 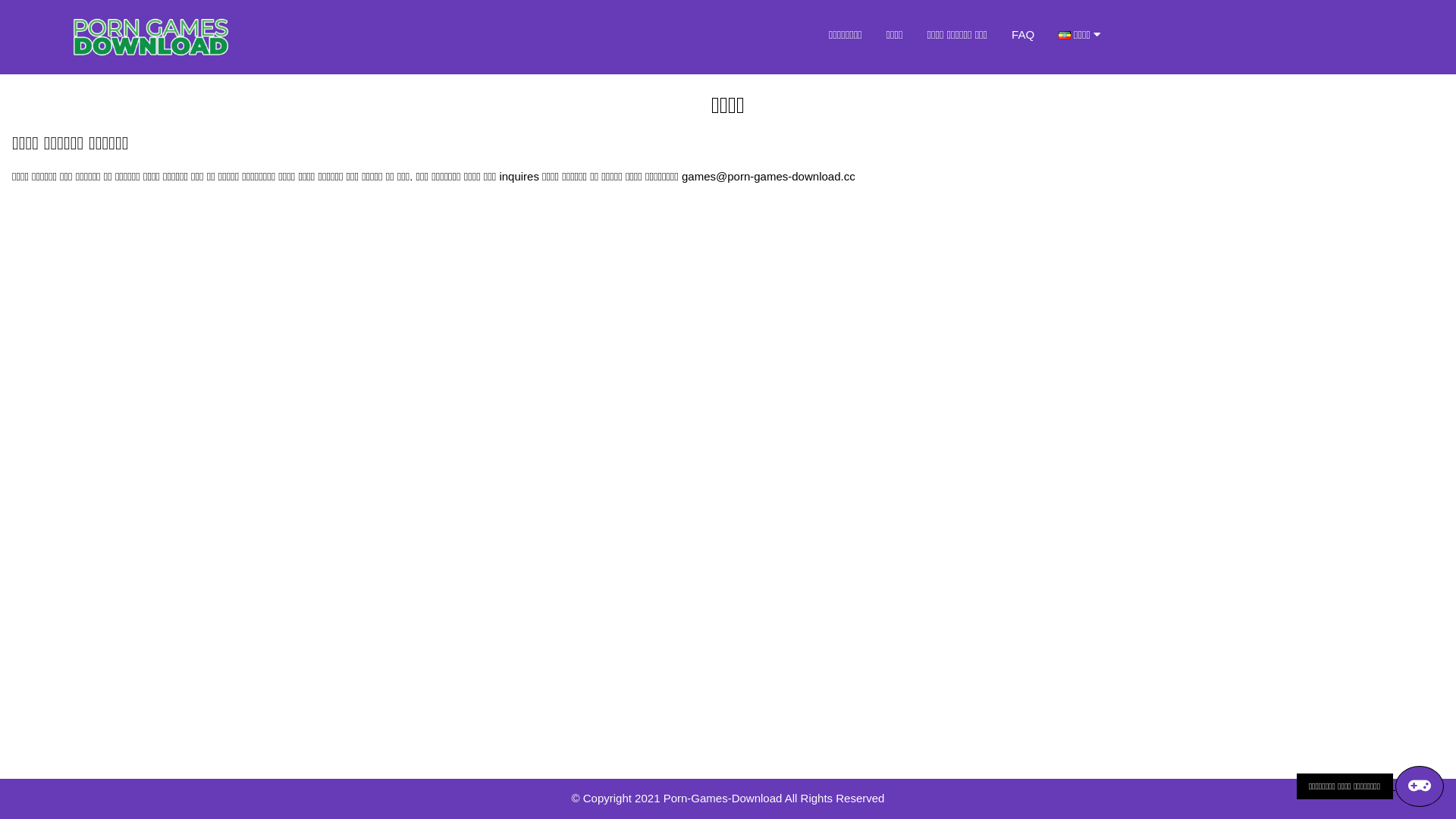 What do you see at coordinates (1022, 34) in the screenshot?
I see `'FAQ'` at bounding box center [1022, 34].